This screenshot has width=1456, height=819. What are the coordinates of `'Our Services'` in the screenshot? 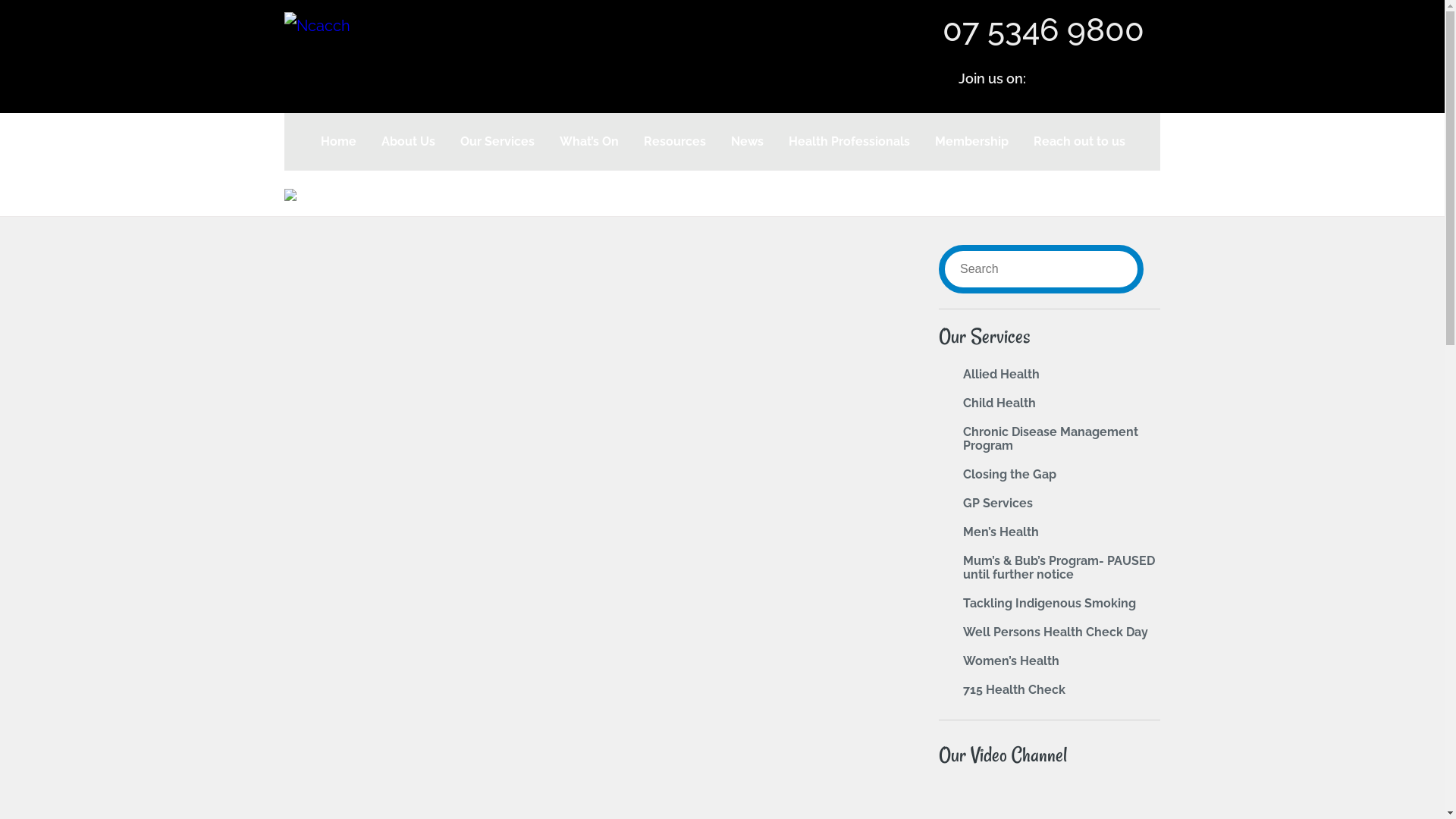 It's located at (497, 141).